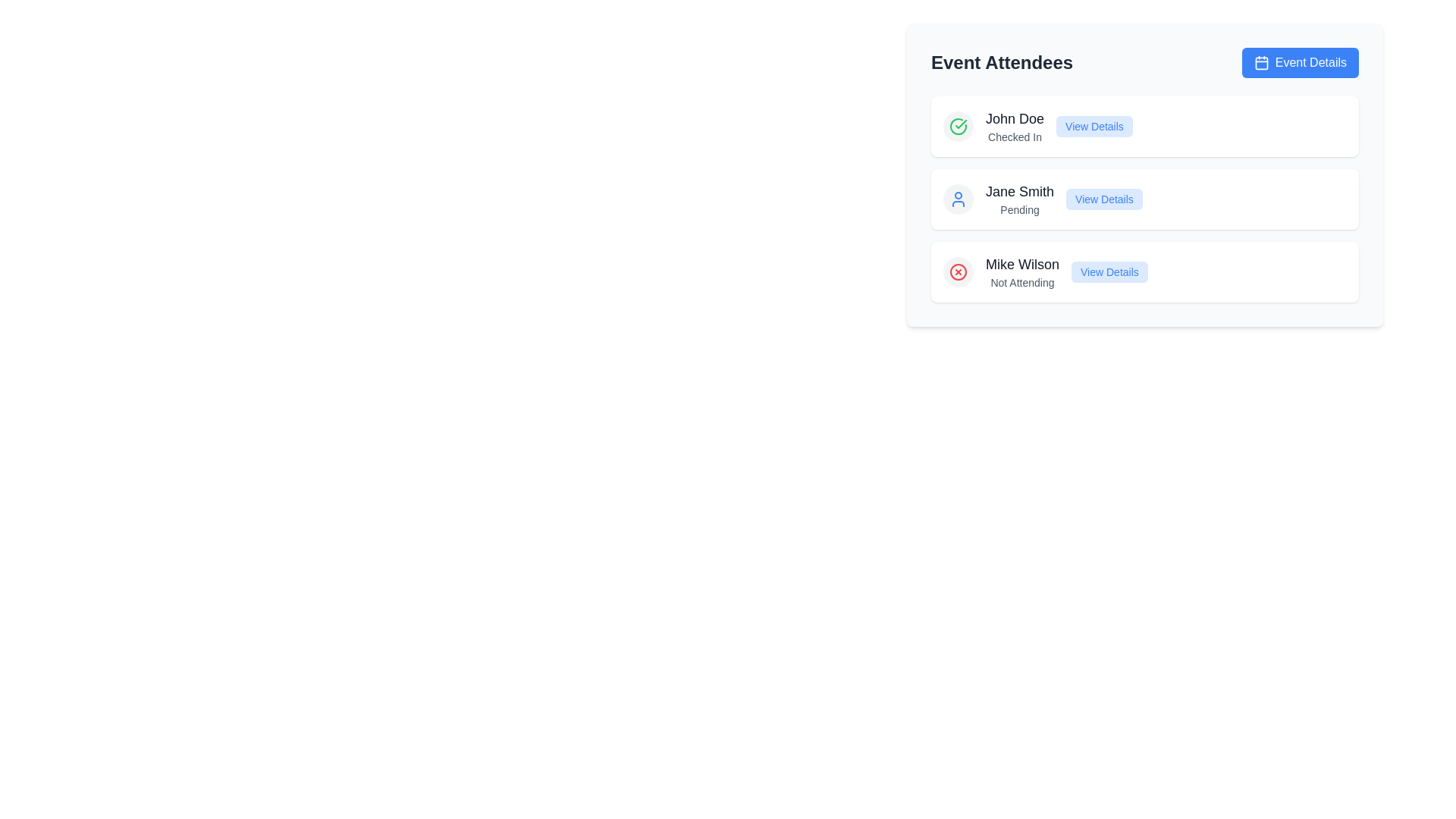 The width and height of the screenshot is (1456, 819). Describe the element at coordinates (957, 198) in the screenshot. I see `the user icon representing 'Jane Smith' in the event attendees list, located on the left side of the card` at that location.